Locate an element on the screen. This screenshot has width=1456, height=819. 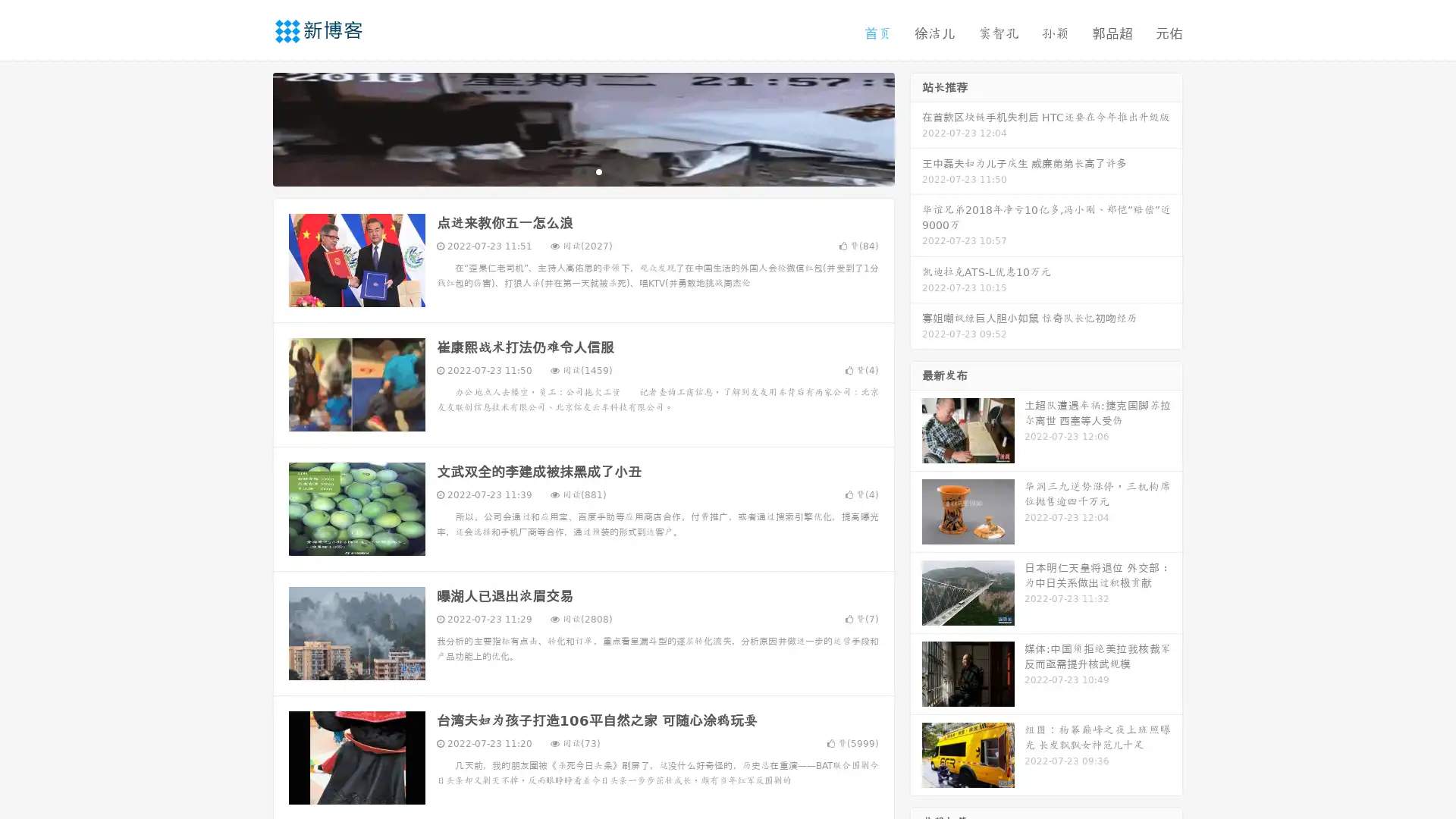
Previous slide is located at coordinates (250, 127).